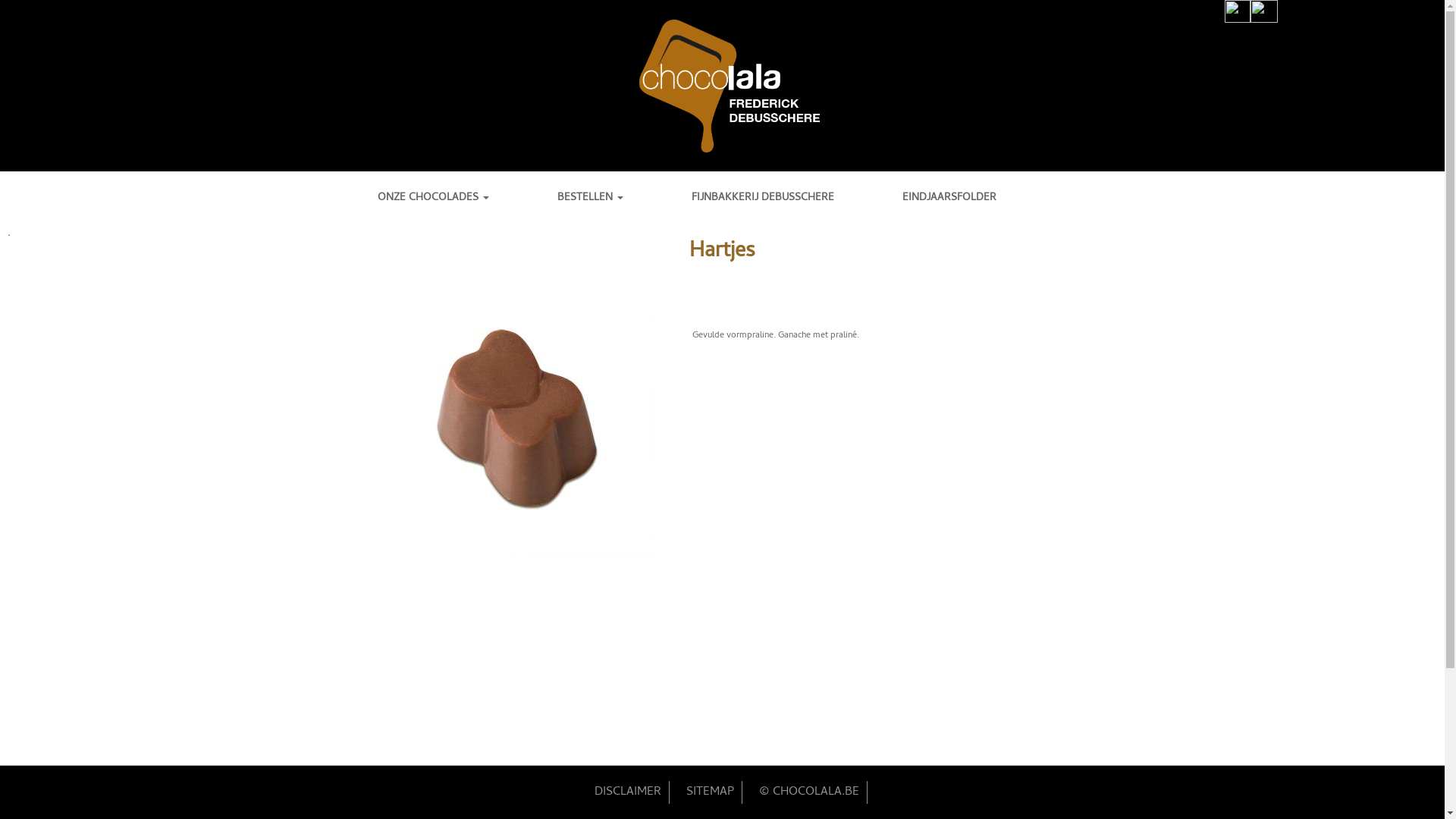 The width and height of the screenshot is (1456, 819). Describe the element at coordinates (691, 197) in the screenshot. I see `'FIJNBAKKERIJ DEBUSSCHERE'` at that location.